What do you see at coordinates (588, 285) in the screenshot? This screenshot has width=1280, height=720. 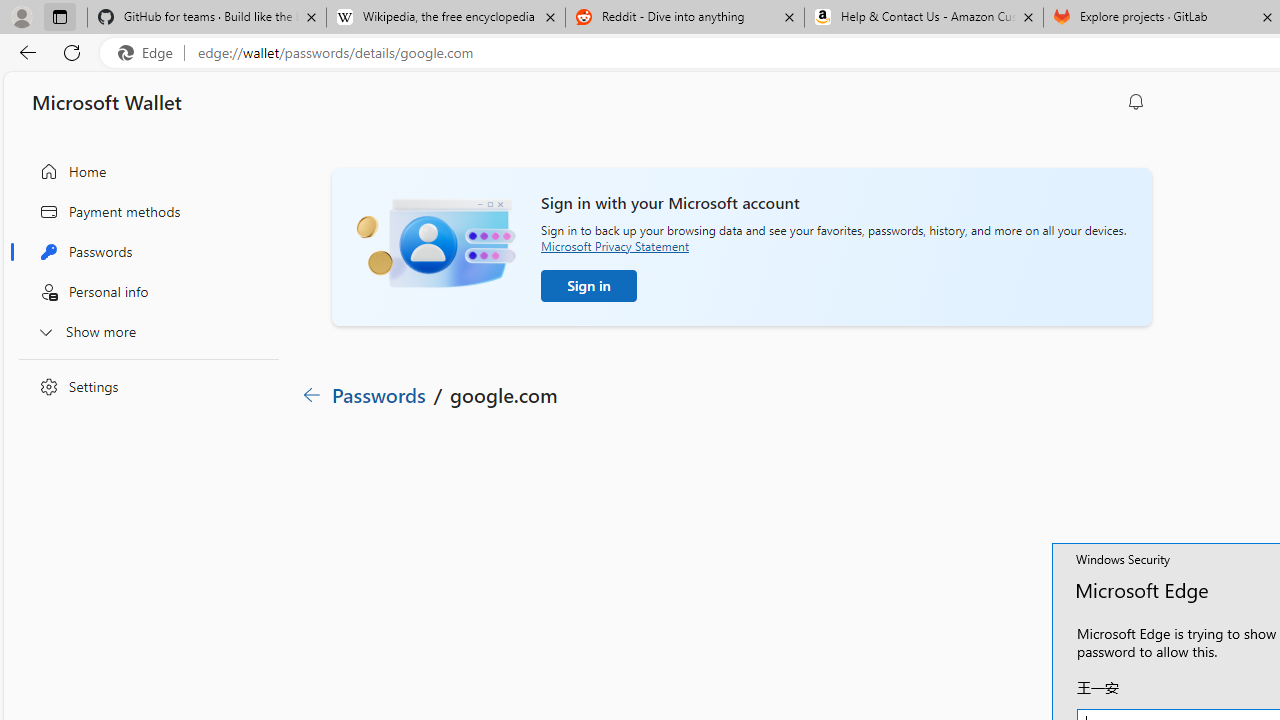 I see `'Sign in'` at bounding box center [588, 285].